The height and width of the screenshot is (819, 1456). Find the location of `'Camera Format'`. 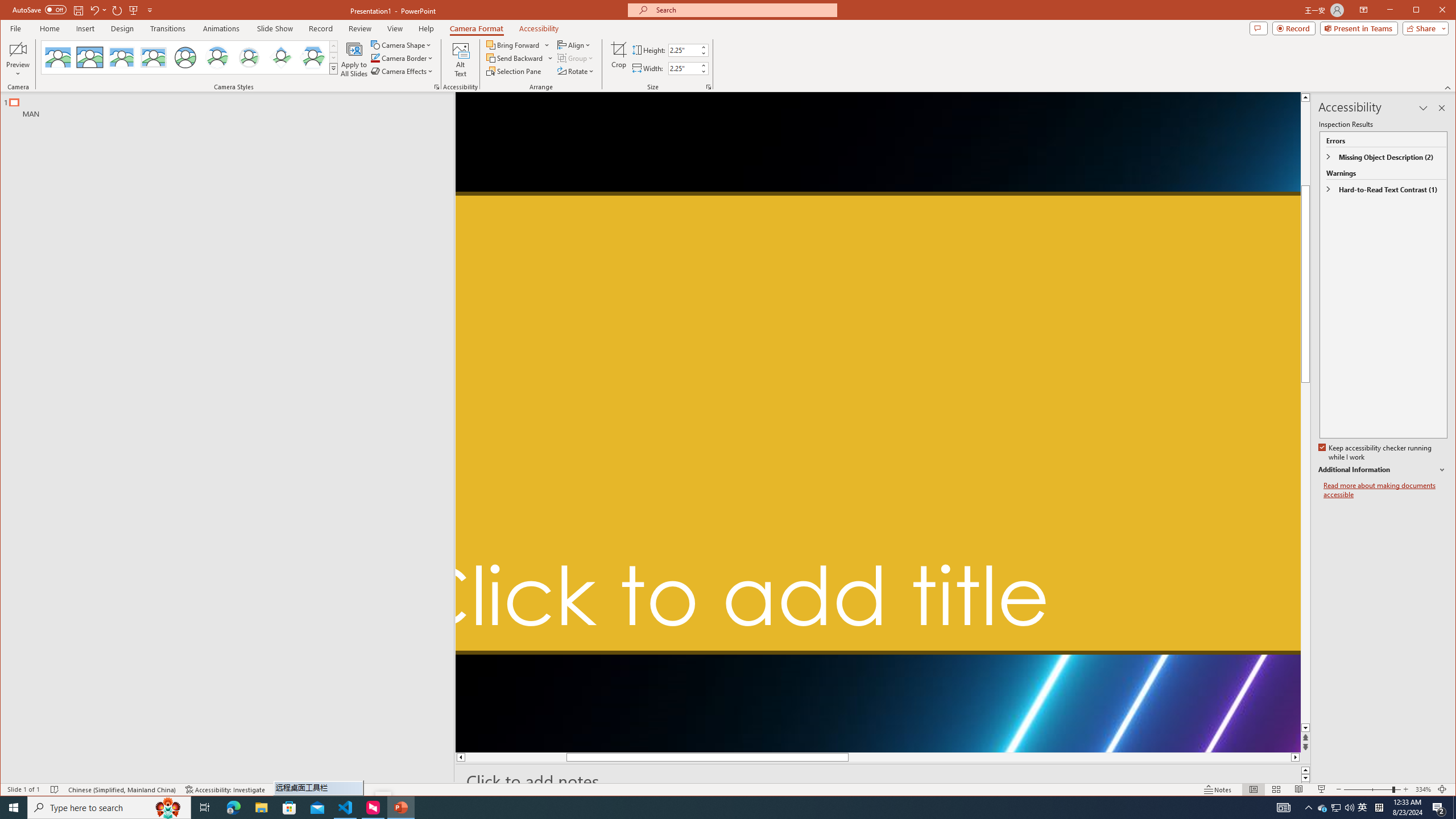

'Camera Format' is located at coordinates (476, 28).